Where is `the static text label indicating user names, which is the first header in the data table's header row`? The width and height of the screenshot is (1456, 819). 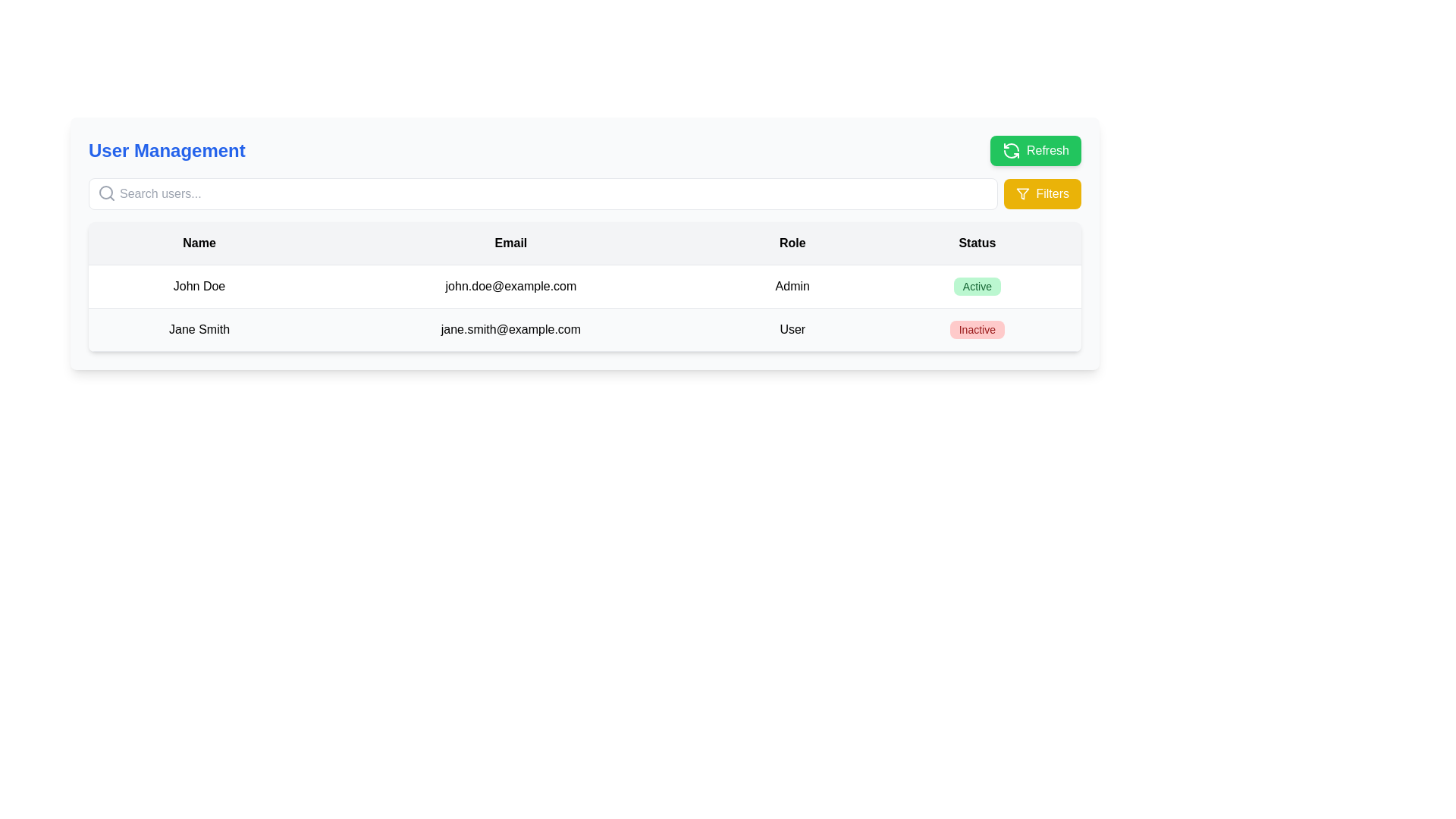 the static text label indicating user names, which is the first header in the data table's header row is located at coordinates (199, 243).